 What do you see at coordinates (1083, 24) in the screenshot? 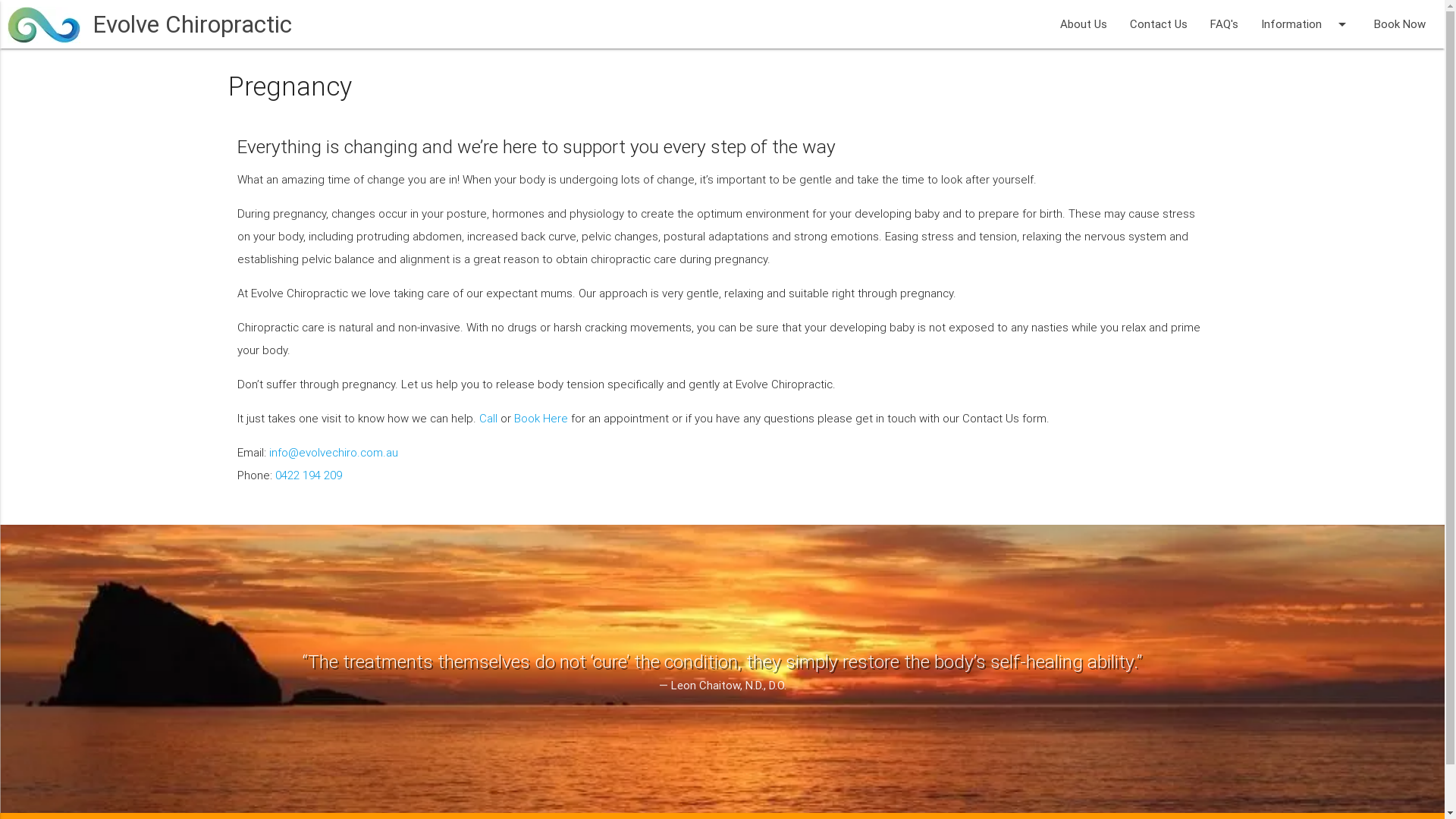
I see `'About Us'` at bounding box center [1083, 24].